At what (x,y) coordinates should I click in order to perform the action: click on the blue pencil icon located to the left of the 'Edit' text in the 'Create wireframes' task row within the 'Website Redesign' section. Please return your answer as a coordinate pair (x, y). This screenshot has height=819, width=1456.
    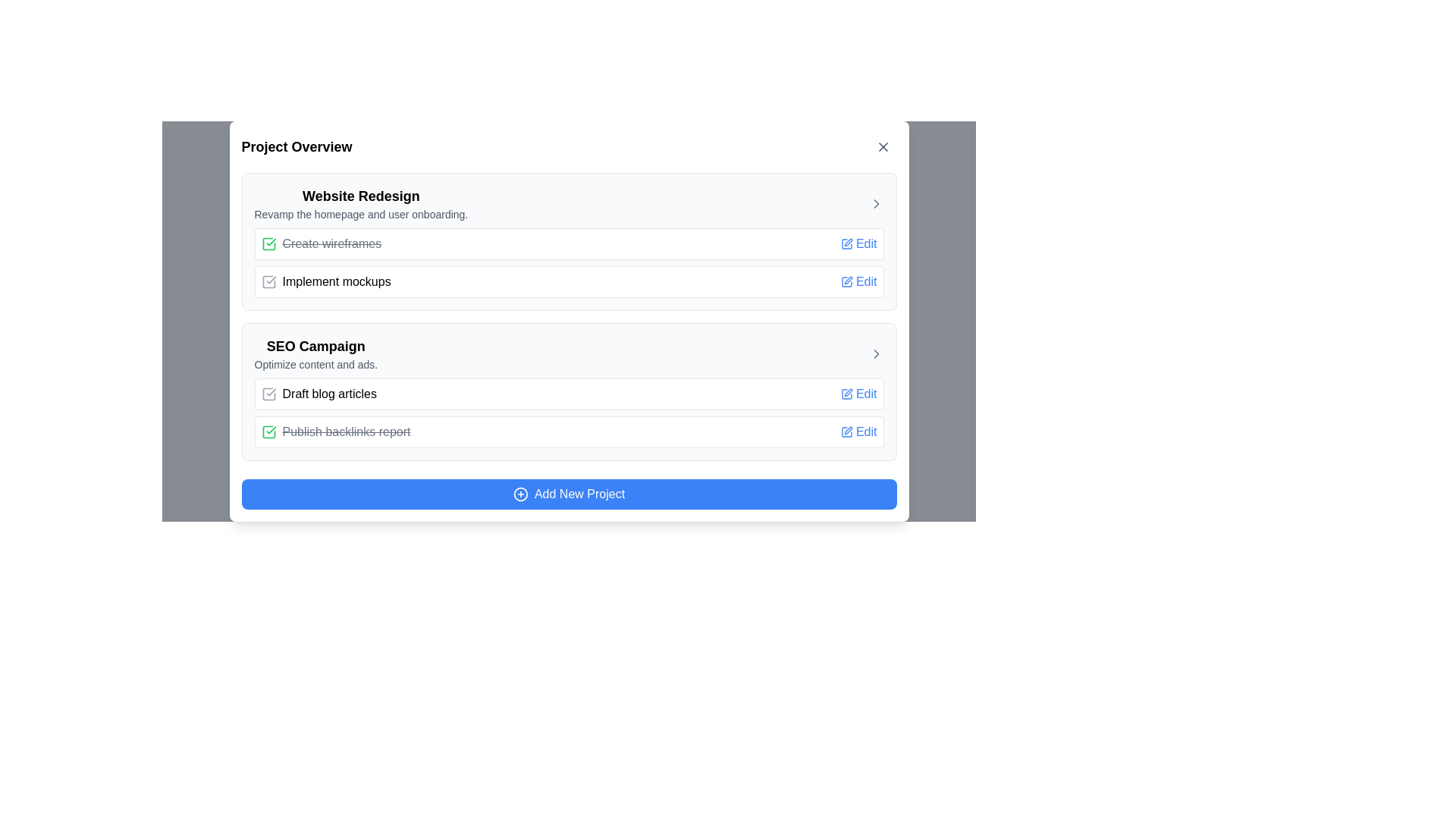
    Looking at the image, I should click on (846, 243).